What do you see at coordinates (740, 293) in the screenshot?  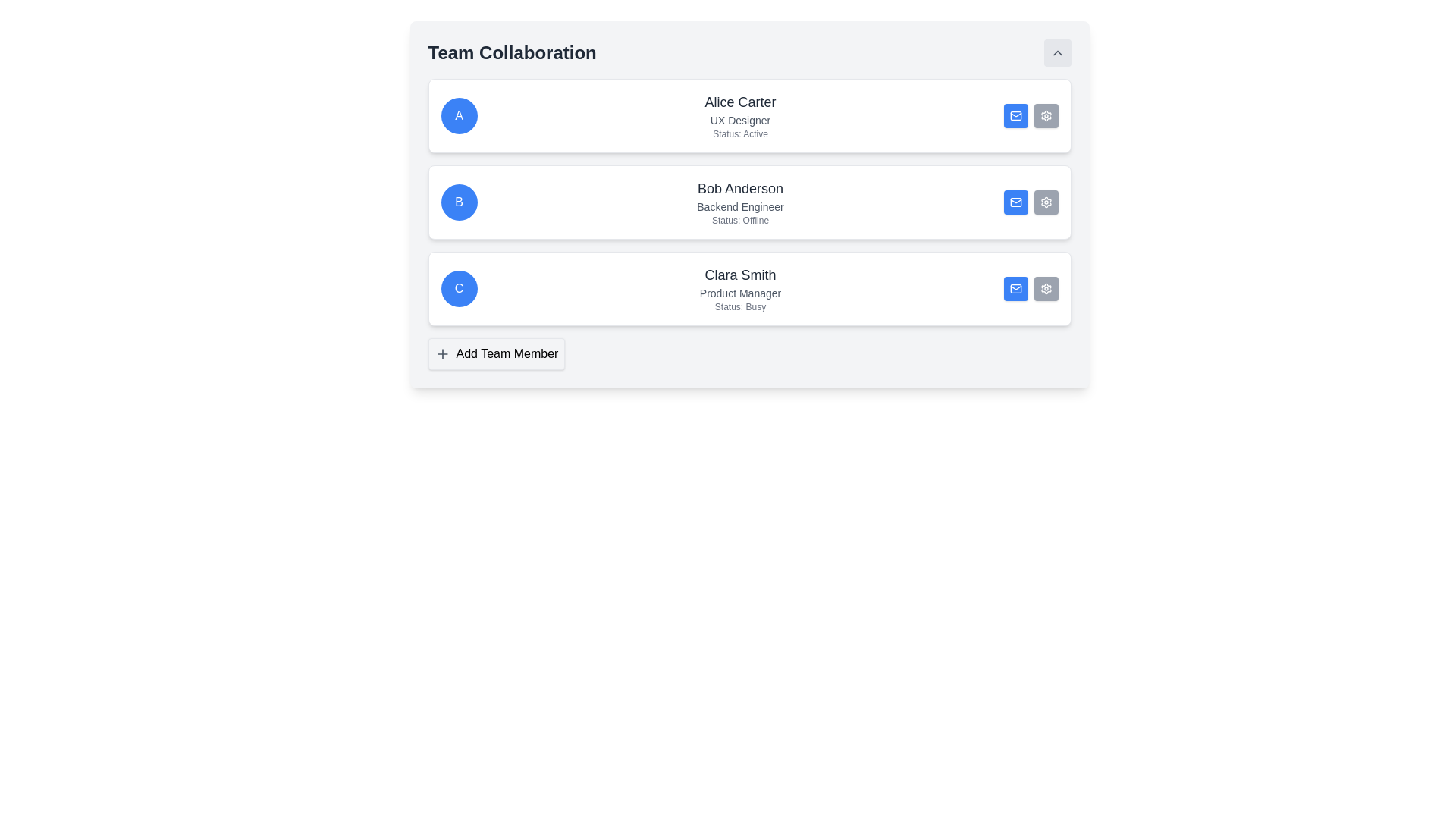 I see `the text label displaying 'Product Manager', which is styled in light gray color and positioned between the name 'Clara Smith' and the status 'Status: Busy' within the user profile card` at bounding box center [740, 293].